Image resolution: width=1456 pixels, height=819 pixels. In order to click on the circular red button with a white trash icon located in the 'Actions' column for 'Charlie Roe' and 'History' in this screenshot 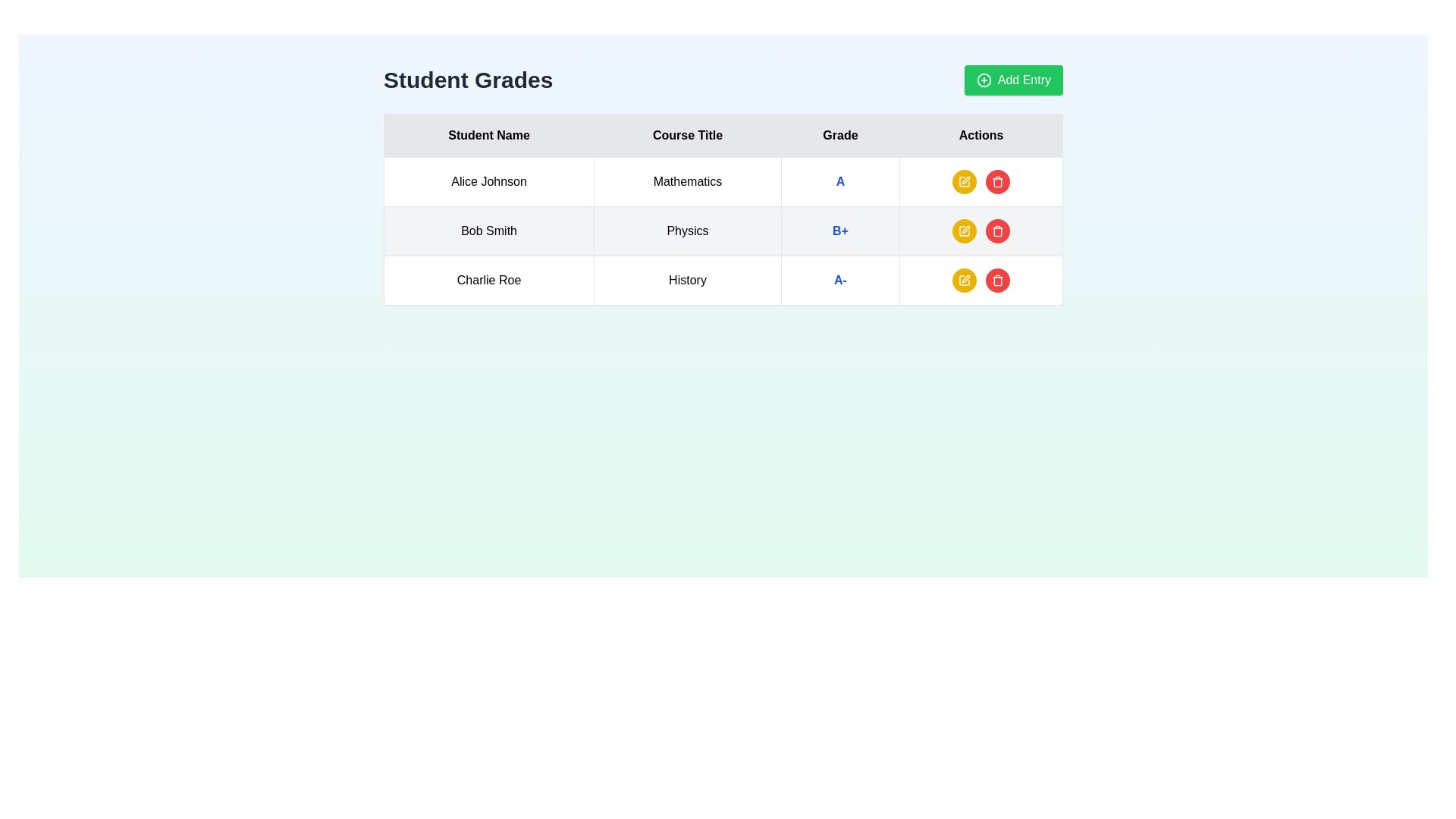, I will do `click(997, 281)`.